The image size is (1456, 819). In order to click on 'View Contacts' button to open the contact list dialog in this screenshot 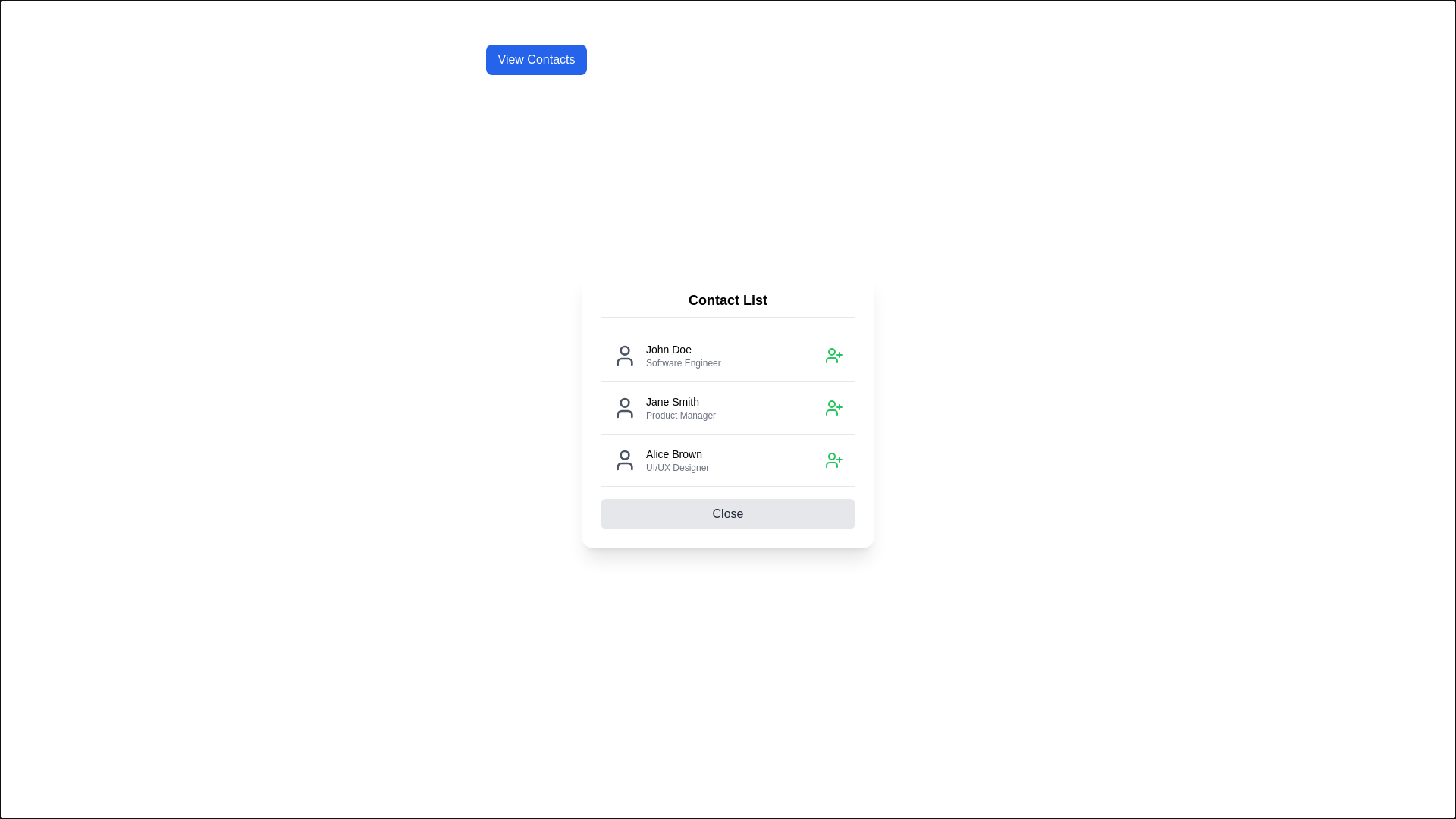, I will do `click(535, 58)`.